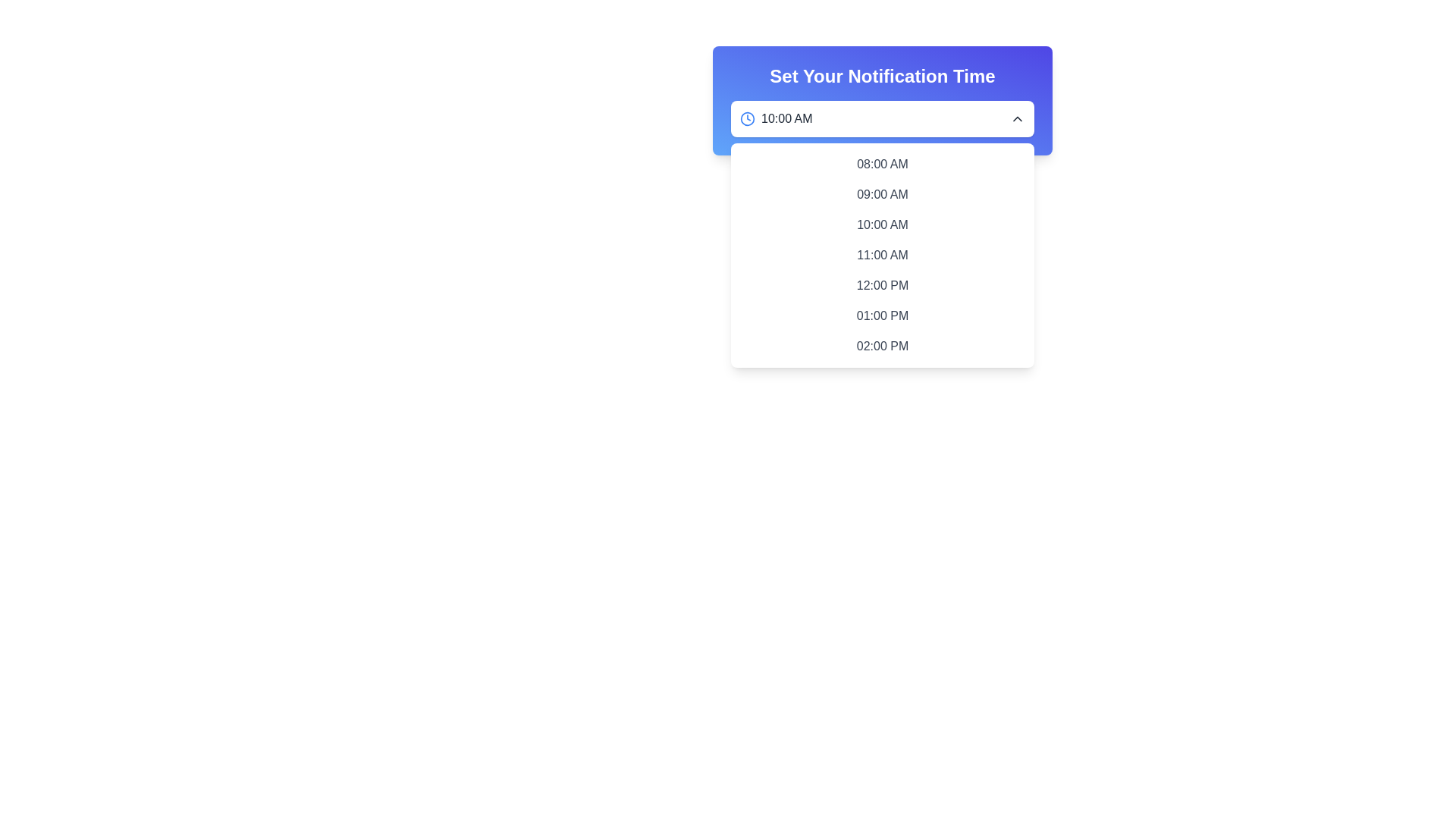  I want to click on the outer ring of the clock icon in the blue header area of the time selection dropdown, located to the left of the '10:00 AM' text field, so click(747, 118).